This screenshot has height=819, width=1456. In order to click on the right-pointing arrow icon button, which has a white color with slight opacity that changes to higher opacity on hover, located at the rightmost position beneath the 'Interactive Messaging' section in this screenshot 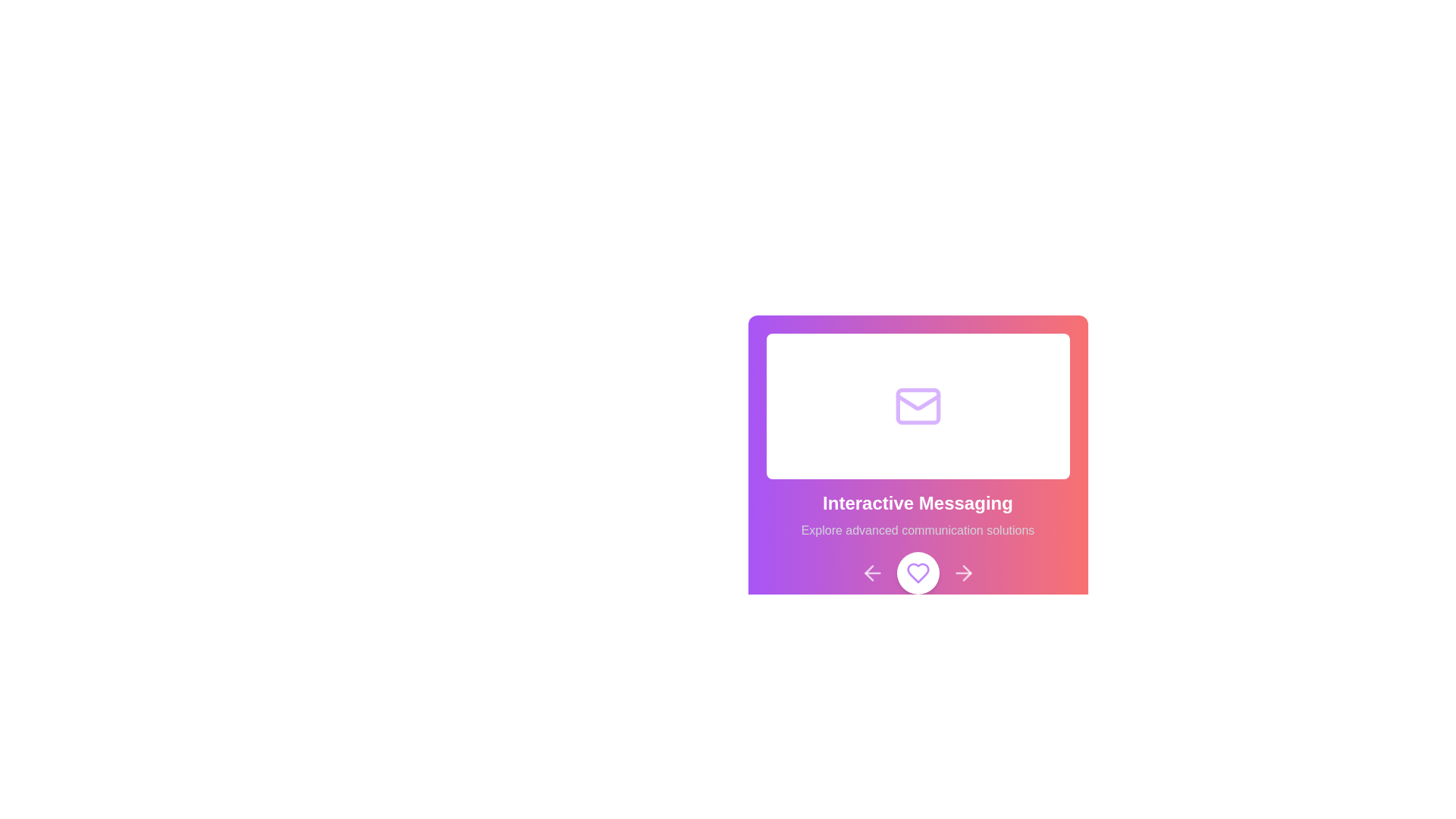, I will do `click(962, 573)`.